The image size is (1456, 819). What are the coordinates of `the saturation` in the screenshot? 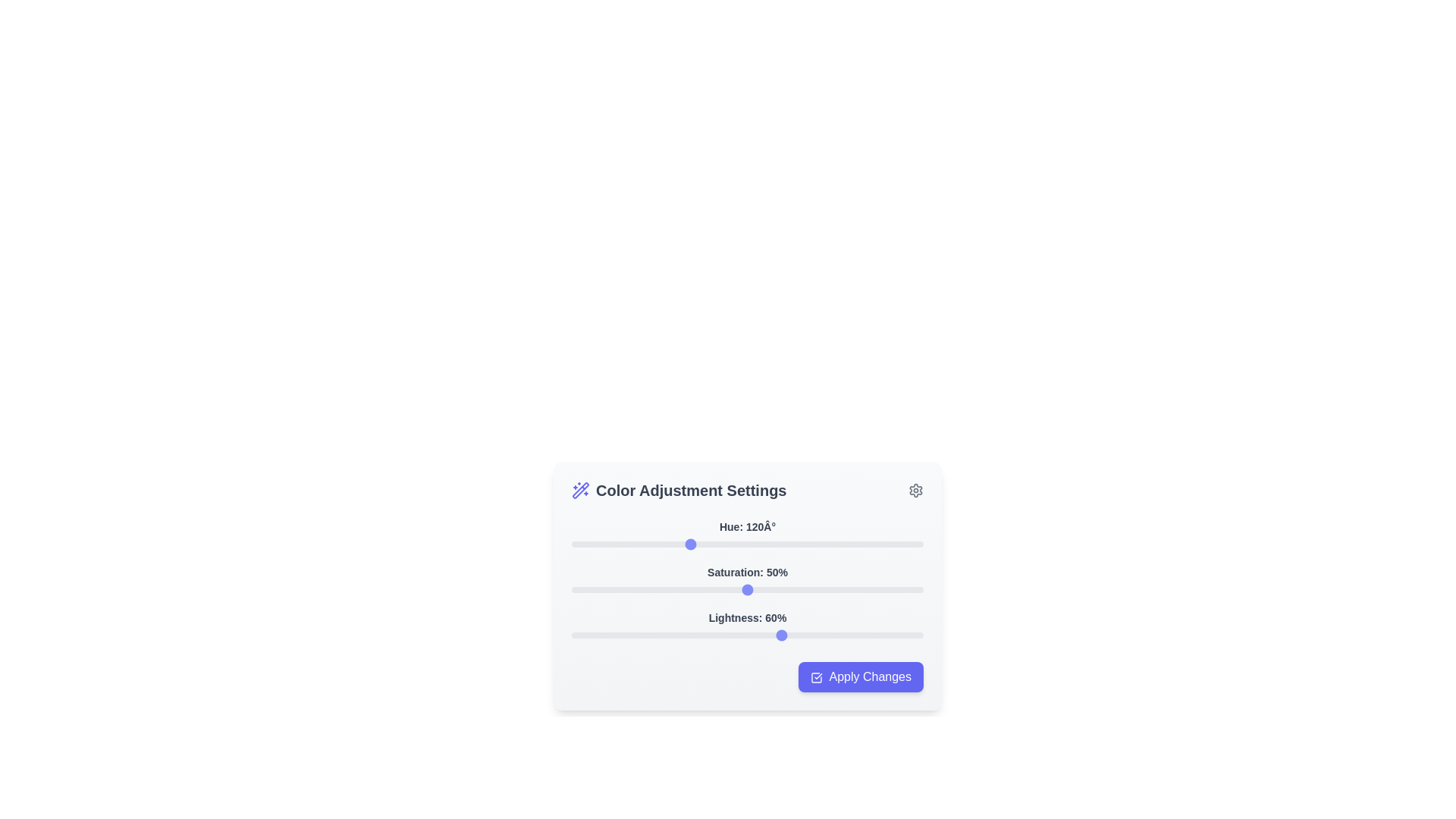 It's located at (909, 589).